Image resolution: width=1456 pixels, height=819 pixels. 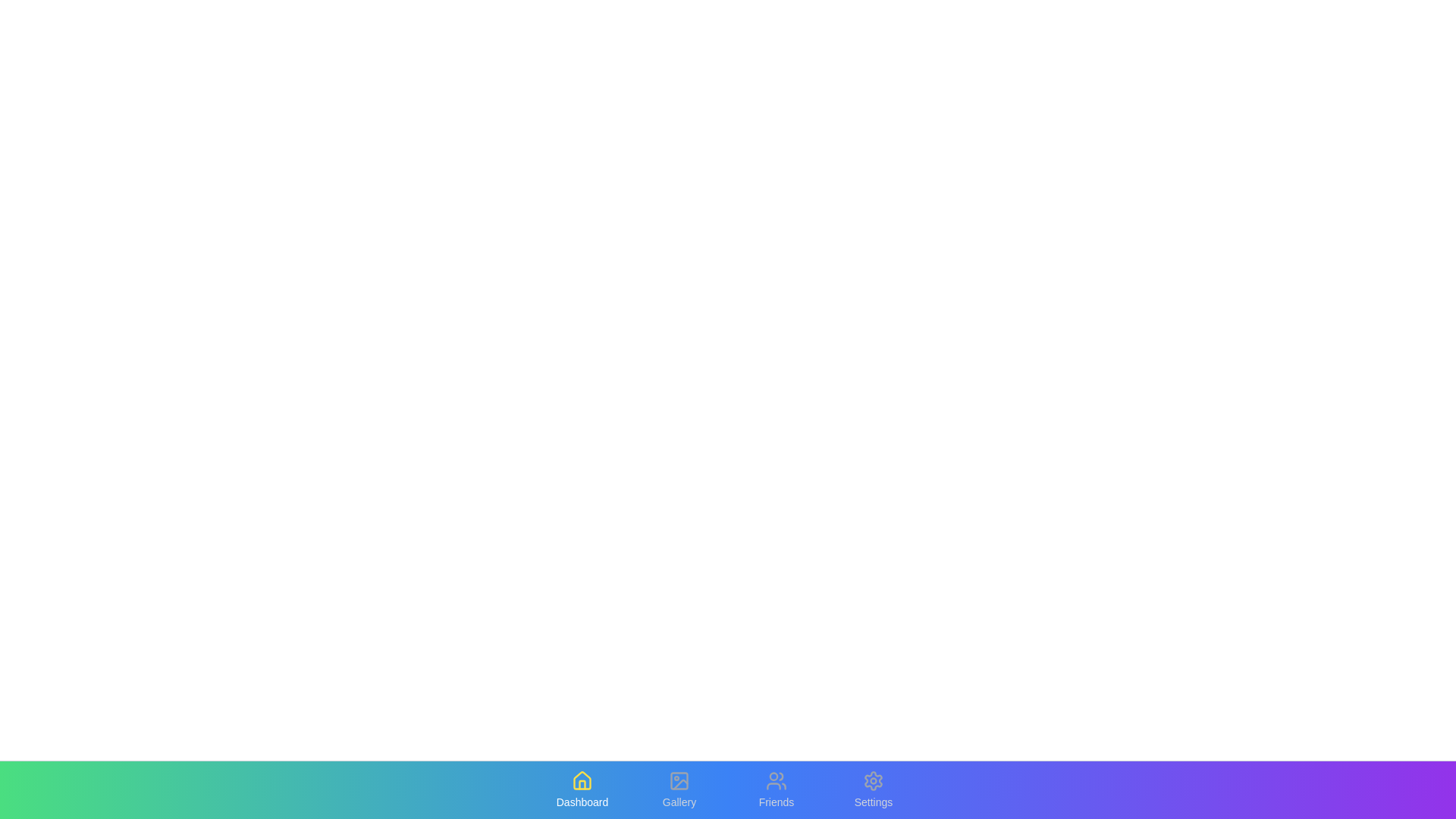 I want to click on the tab labeled Dashboard, so click(x=582, y=789).